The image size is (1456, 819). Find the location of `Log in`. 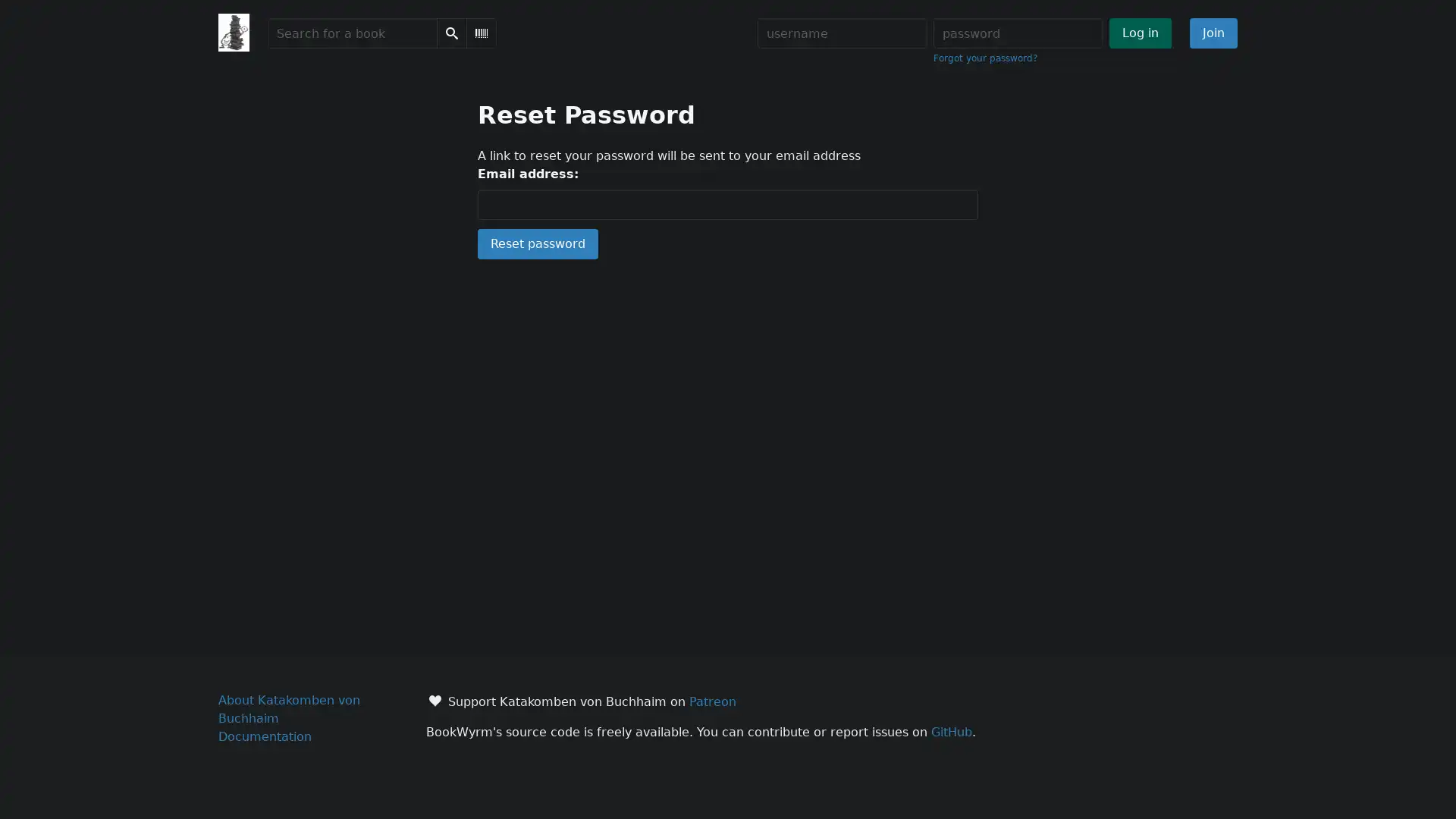

Log in is located at coordinates (1139, 33).